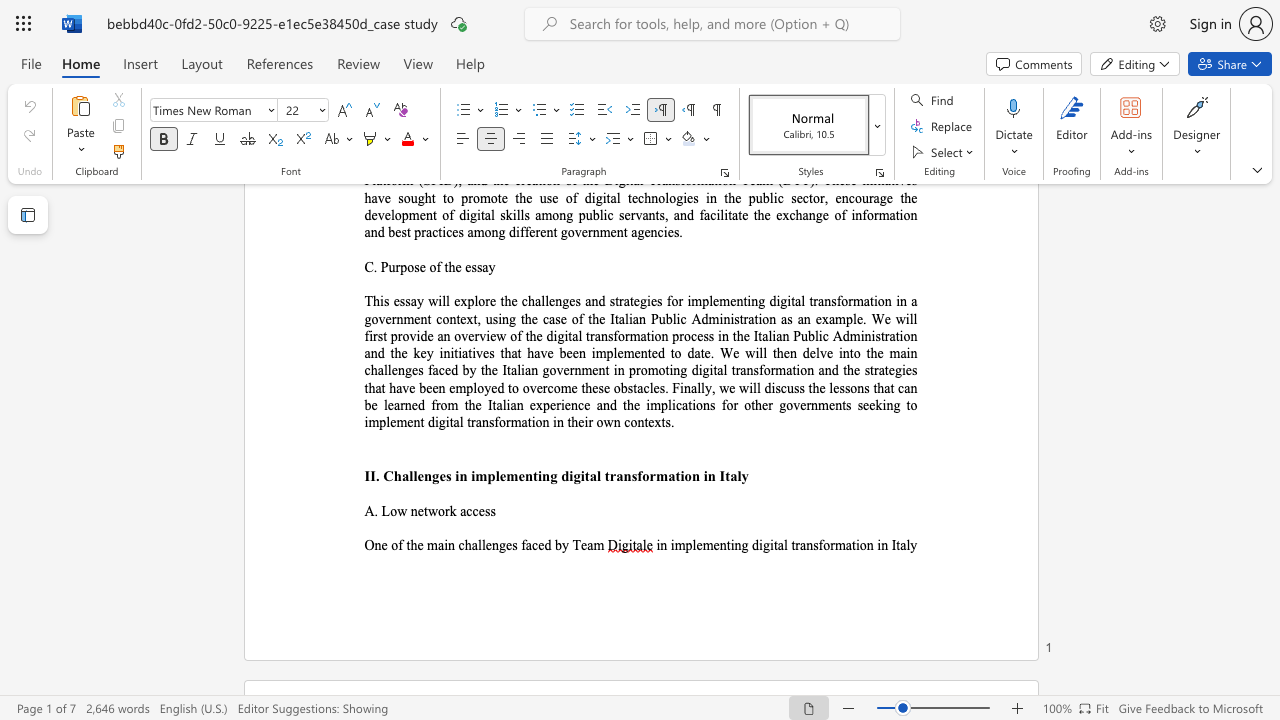 This screenshot has height=720, width=1280. I want to click on the subset text "ges faced by T" within the text "One of the main challenges faced by Team", so click(498, 545).